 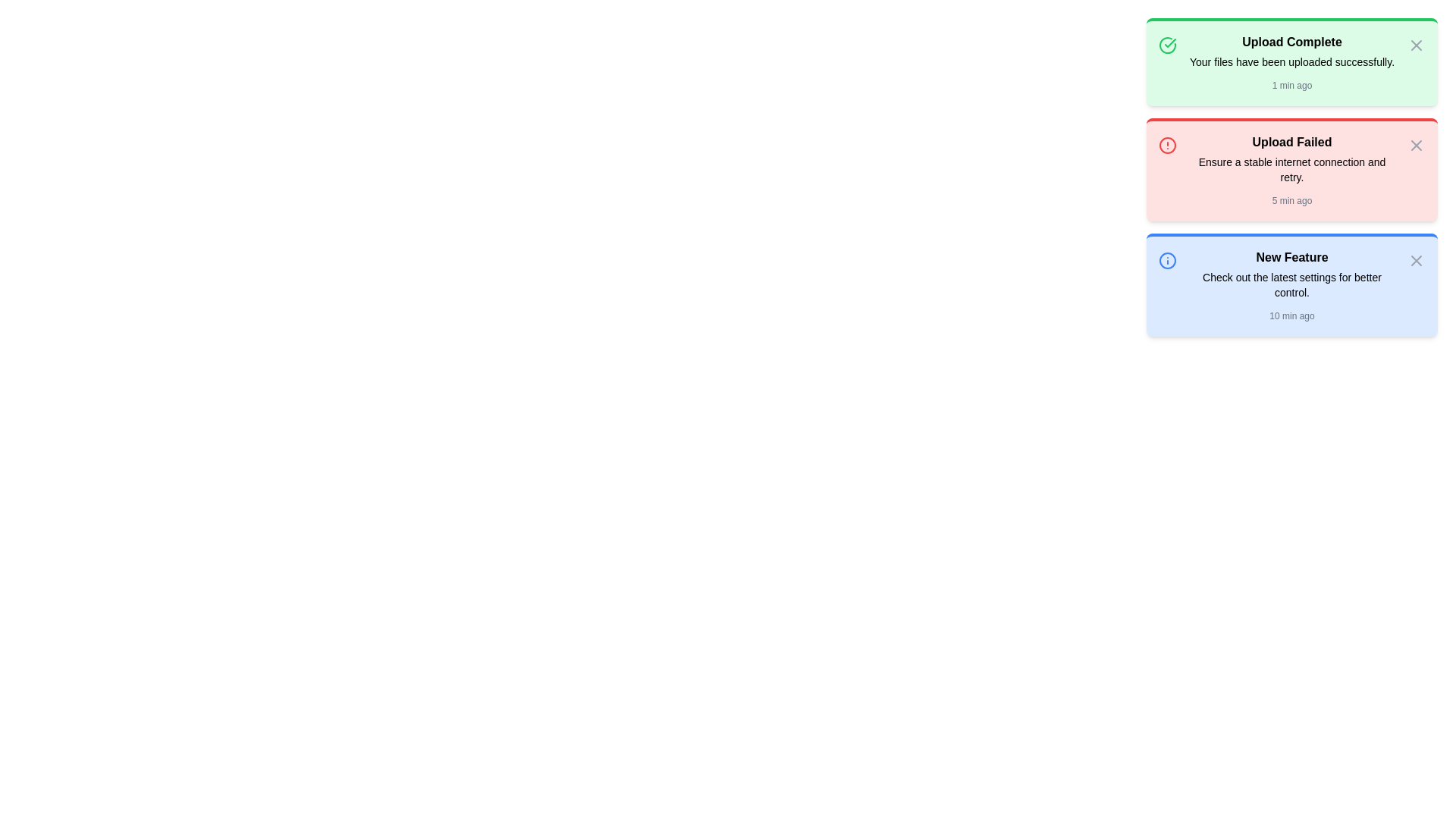 What do you see at coordinates (1415, 45) in the screenshot?
I see `the circular 'X' (close) icon button located at the top-right corner of the 'Upload Complete' notification card to change its color` at bounding box center [1415, 45].